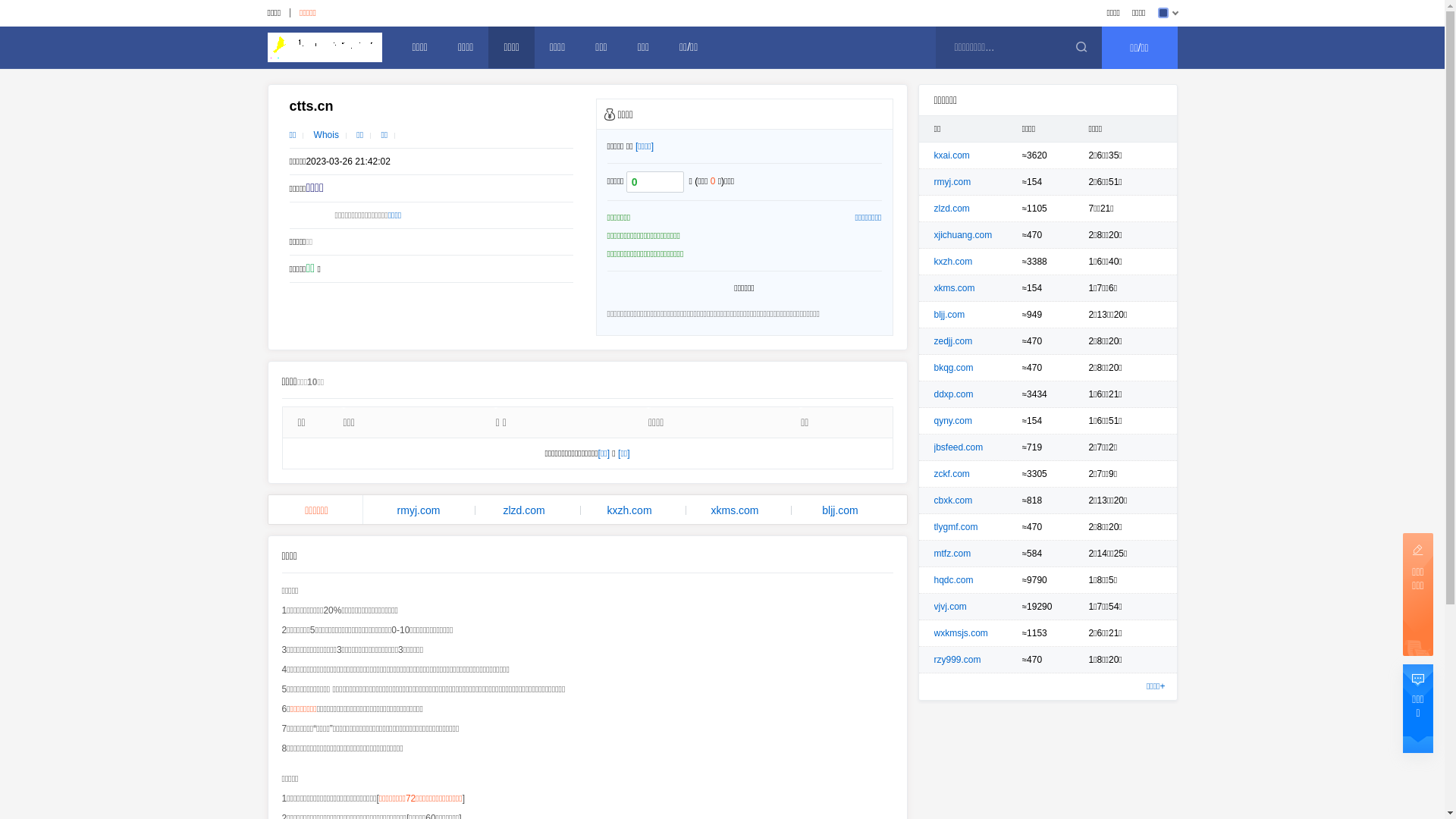 The width and height of the screenshot is (1456, 819). What do you see at coordinates (951, 472) in the screenshot?
I see `'zckf.com'` at bounding box center [951, 472].